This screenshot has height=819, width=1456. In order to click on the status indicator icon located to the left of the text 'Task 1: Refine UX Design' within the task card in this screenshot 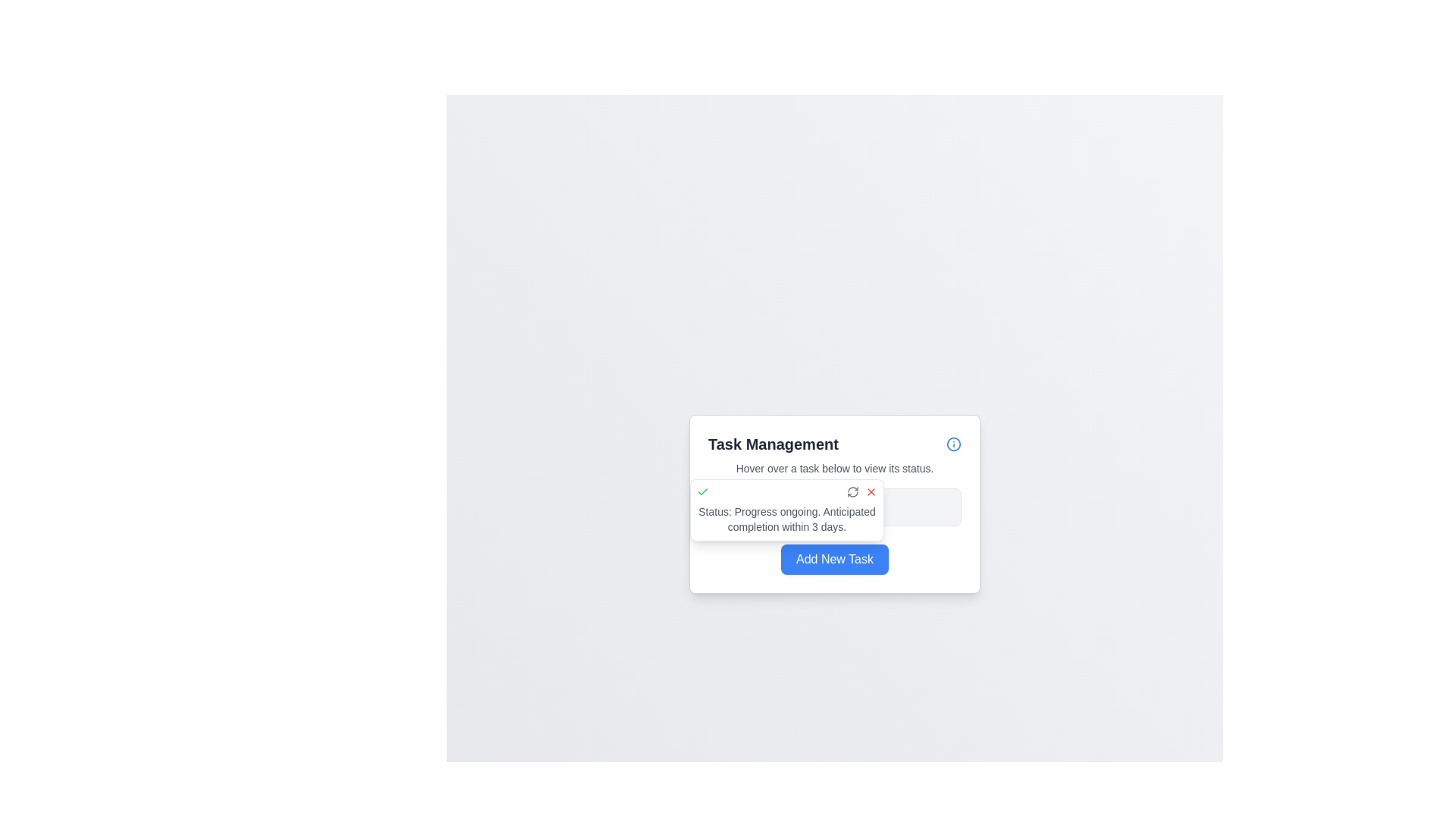, I will do `click(724, 507)`.